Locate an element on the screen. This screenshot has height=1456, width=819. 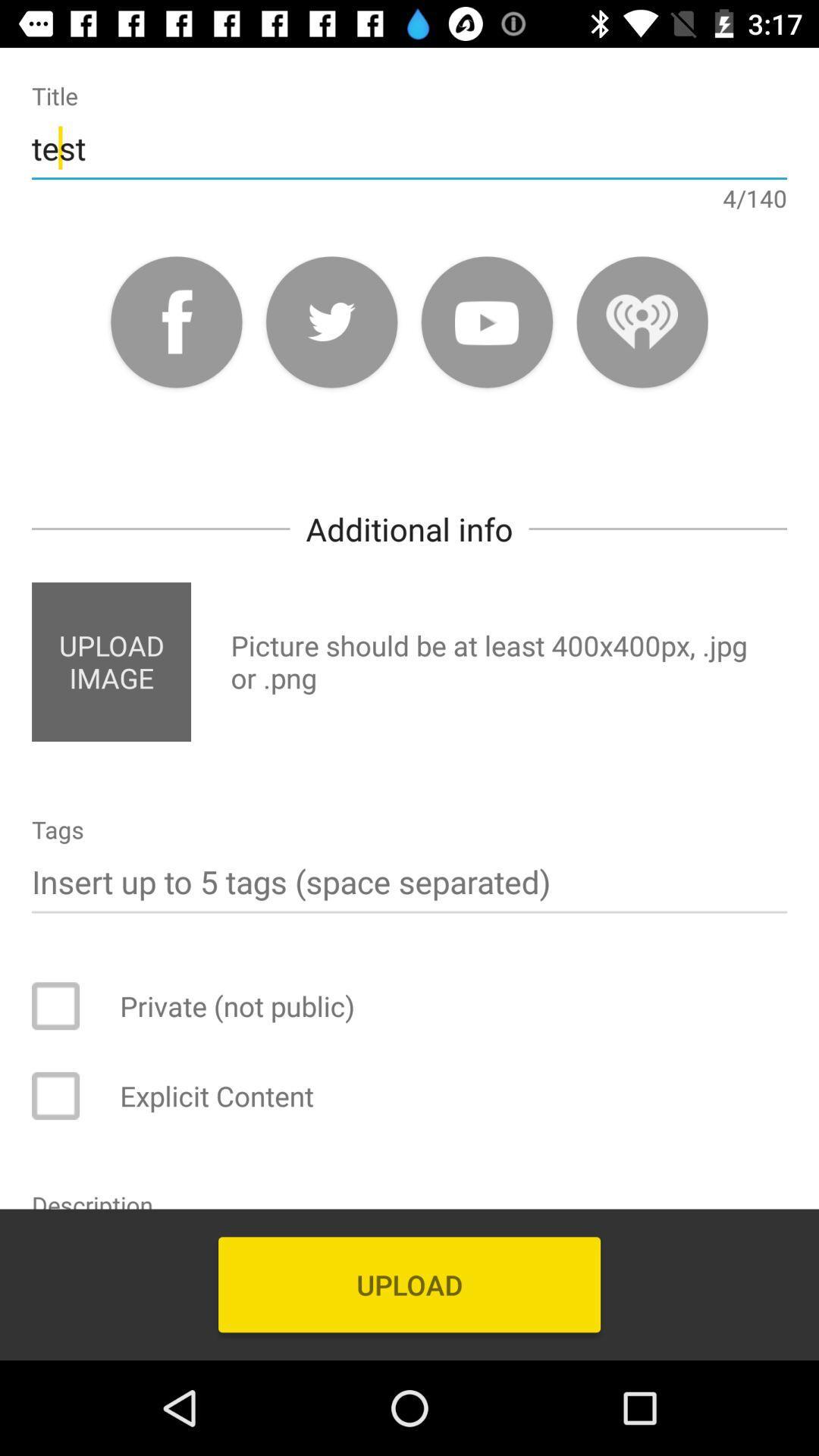
the symbol of twitter is located at coordinates (331, 321).